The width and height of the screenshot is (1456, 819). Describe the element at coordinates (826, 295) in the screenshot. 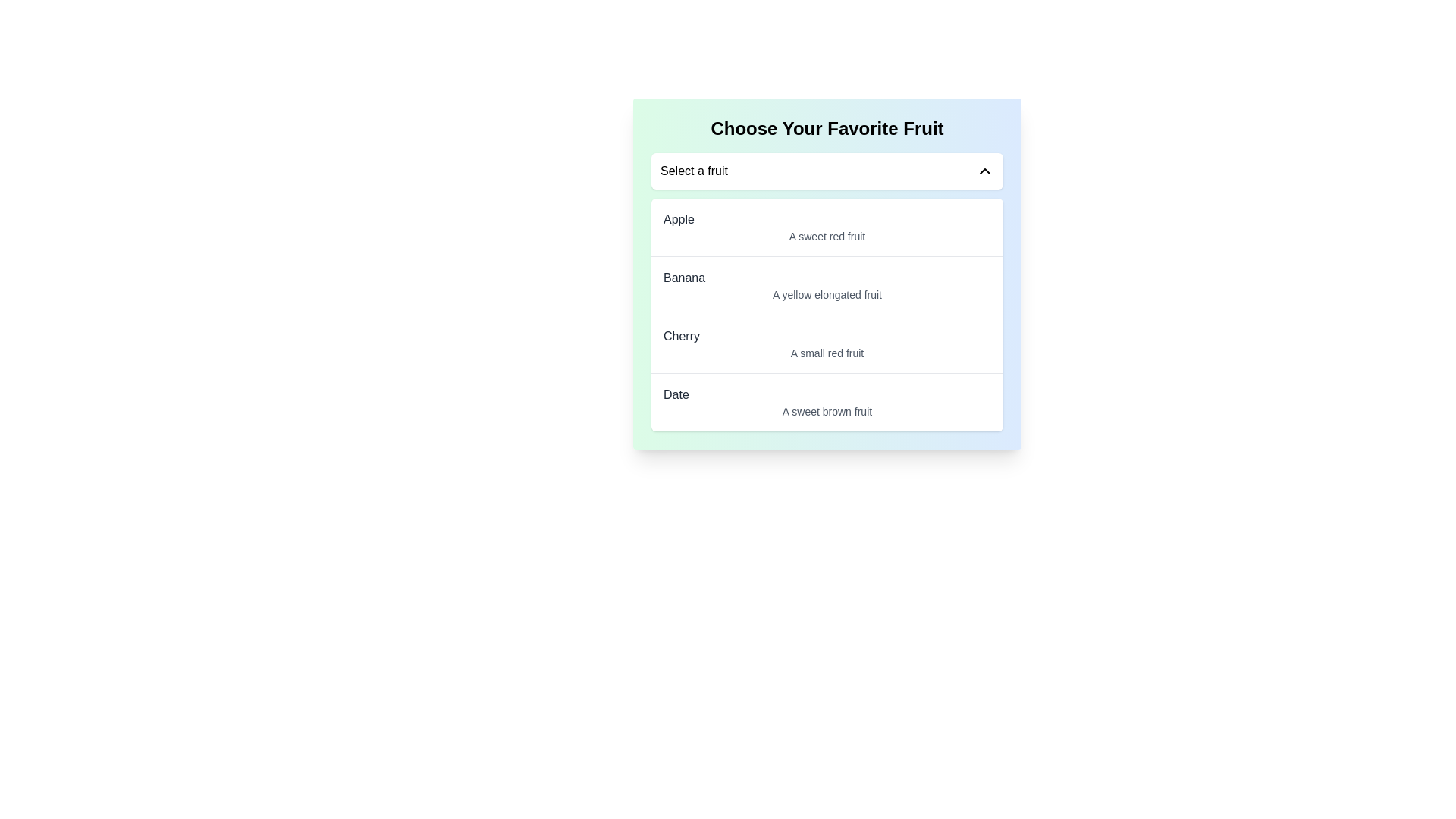

I see `text content of the label displaying 'A yellow elongated fruit', which is part of the dropdown menu for selecting fruits and is associated with the label 'Banana'` at that location.